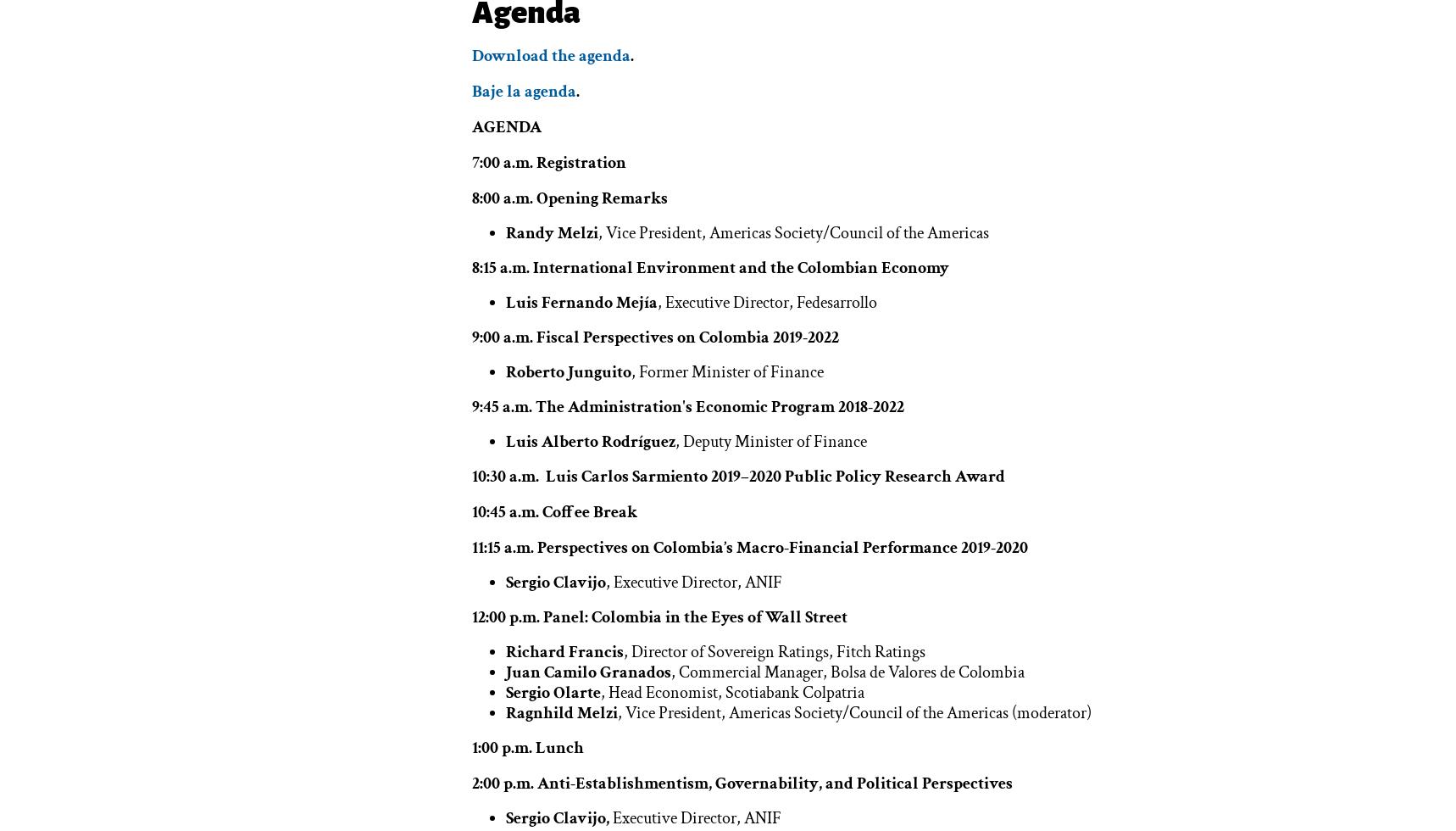 This screenshot has width=1456, height=831. What do you see at coordinates (470, 510) in the screenshot?
I see `'10:45 a.m. Coffee Break'` at bounding box center [470, 510].